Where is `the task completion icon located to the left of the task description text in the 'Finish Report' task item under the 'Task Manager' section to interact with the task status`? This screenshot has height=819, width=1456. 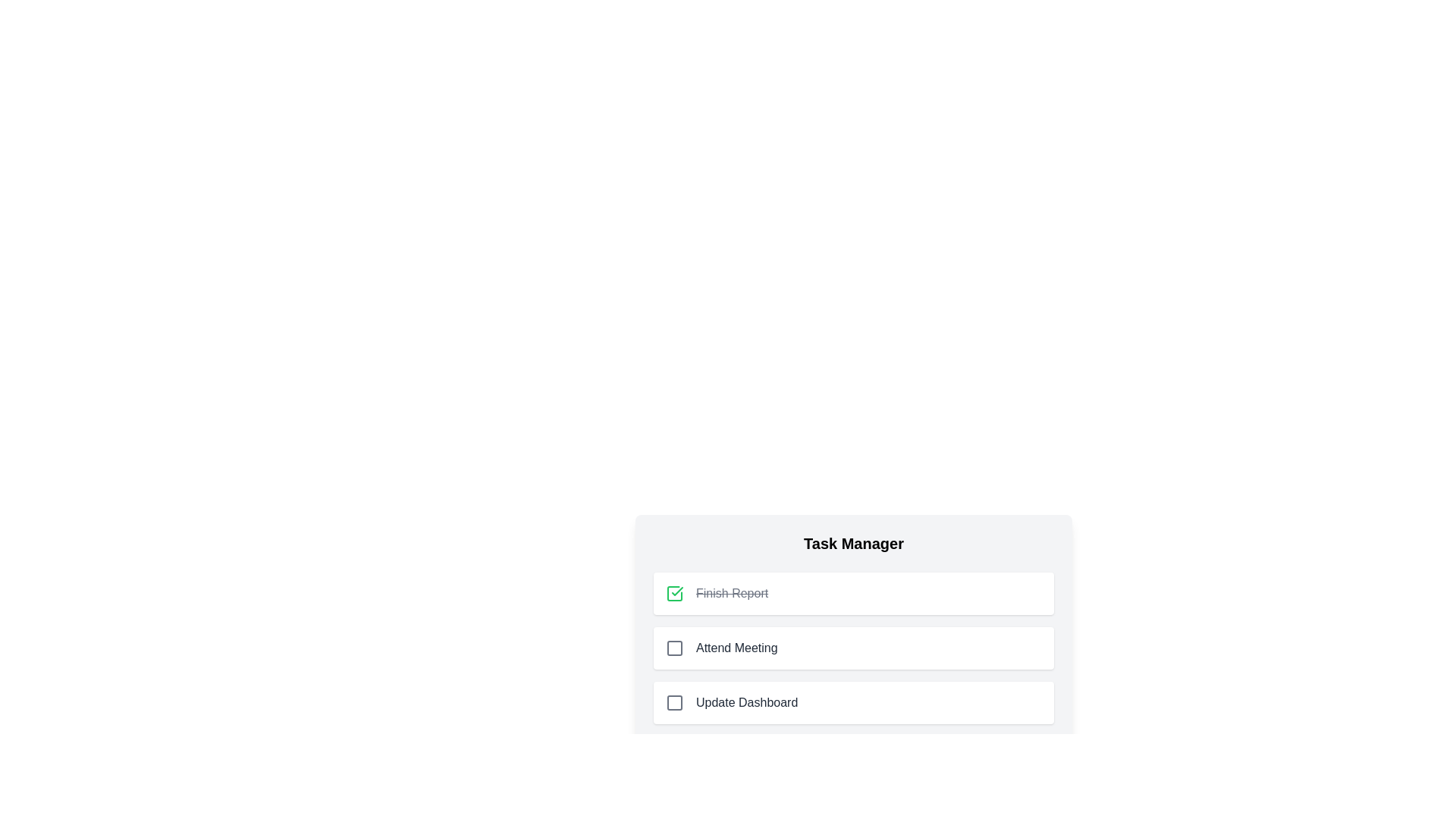
the task completion icon located to the left of the task description text in the 'Finish Report' task item under the 'Task Manager' section to interact with the task status is located at coordinates (676, 590).